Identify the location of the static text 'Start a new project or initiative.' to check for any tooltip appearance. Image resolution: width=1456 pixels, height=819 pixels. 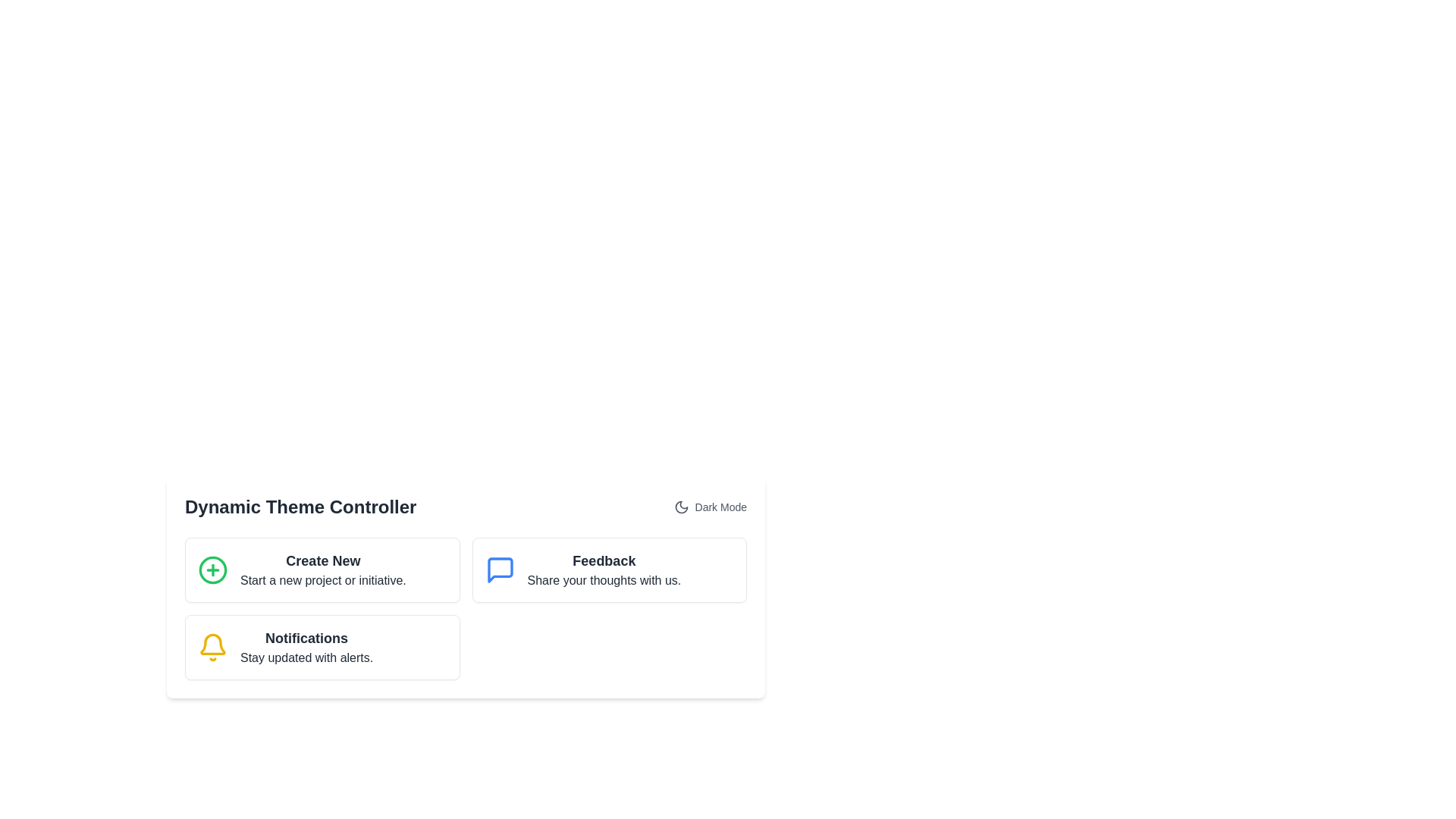
(322, 580).